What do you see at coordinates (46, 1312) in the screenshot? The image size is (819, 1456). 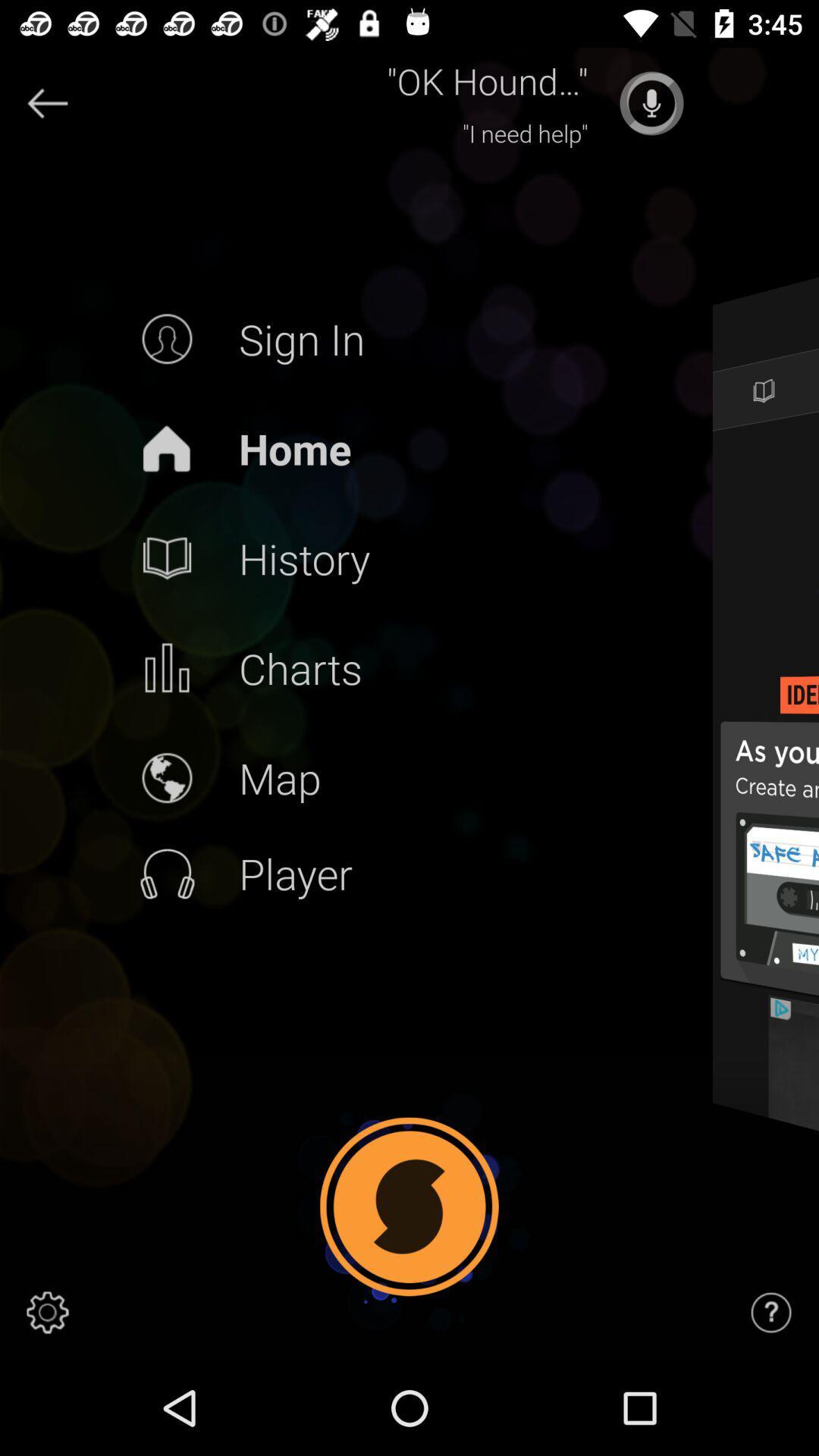 I see `settings` at bounding box center [46, 1312].